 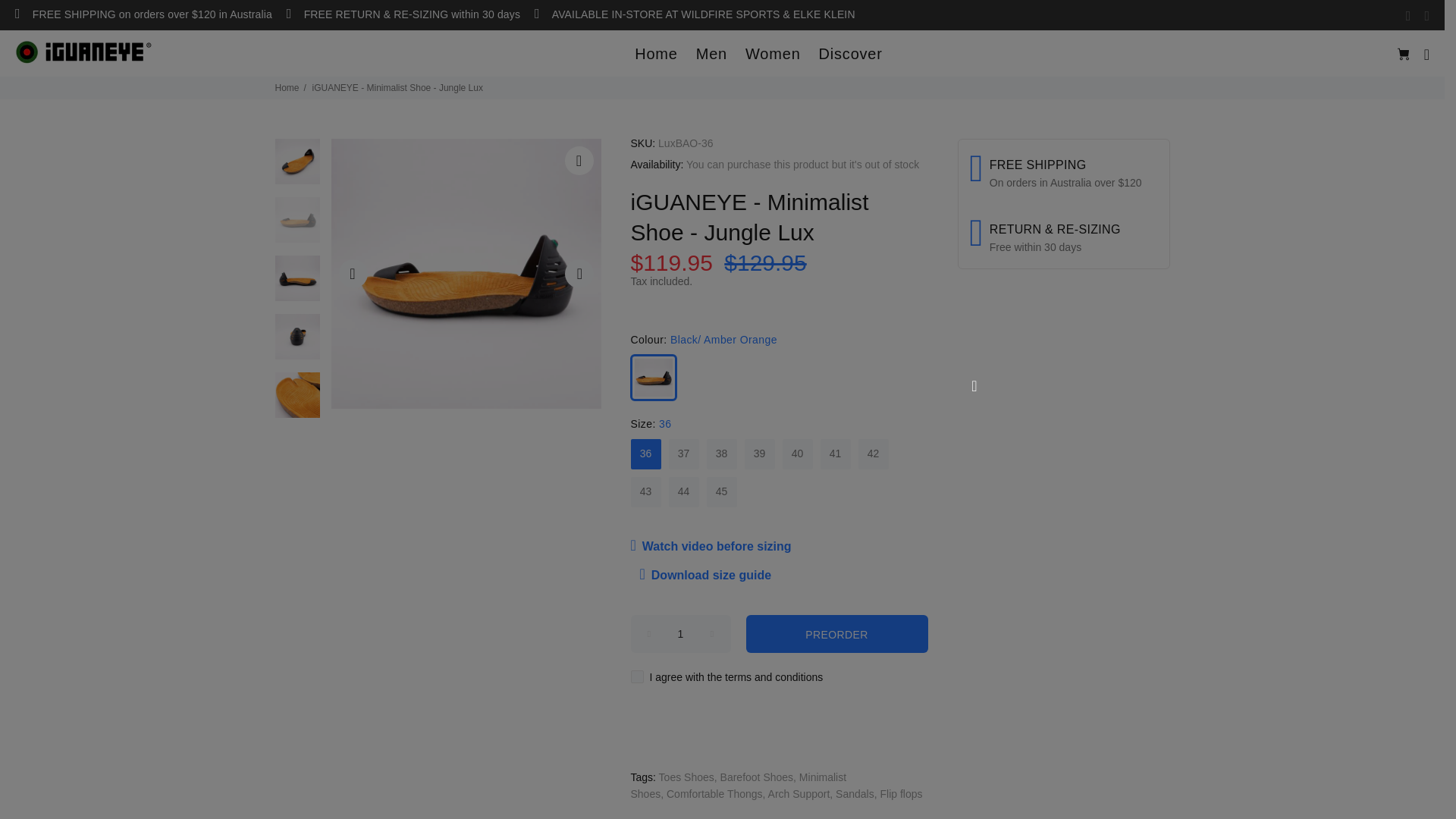 I want to click on 'Previous', so click(x=352, y=274).